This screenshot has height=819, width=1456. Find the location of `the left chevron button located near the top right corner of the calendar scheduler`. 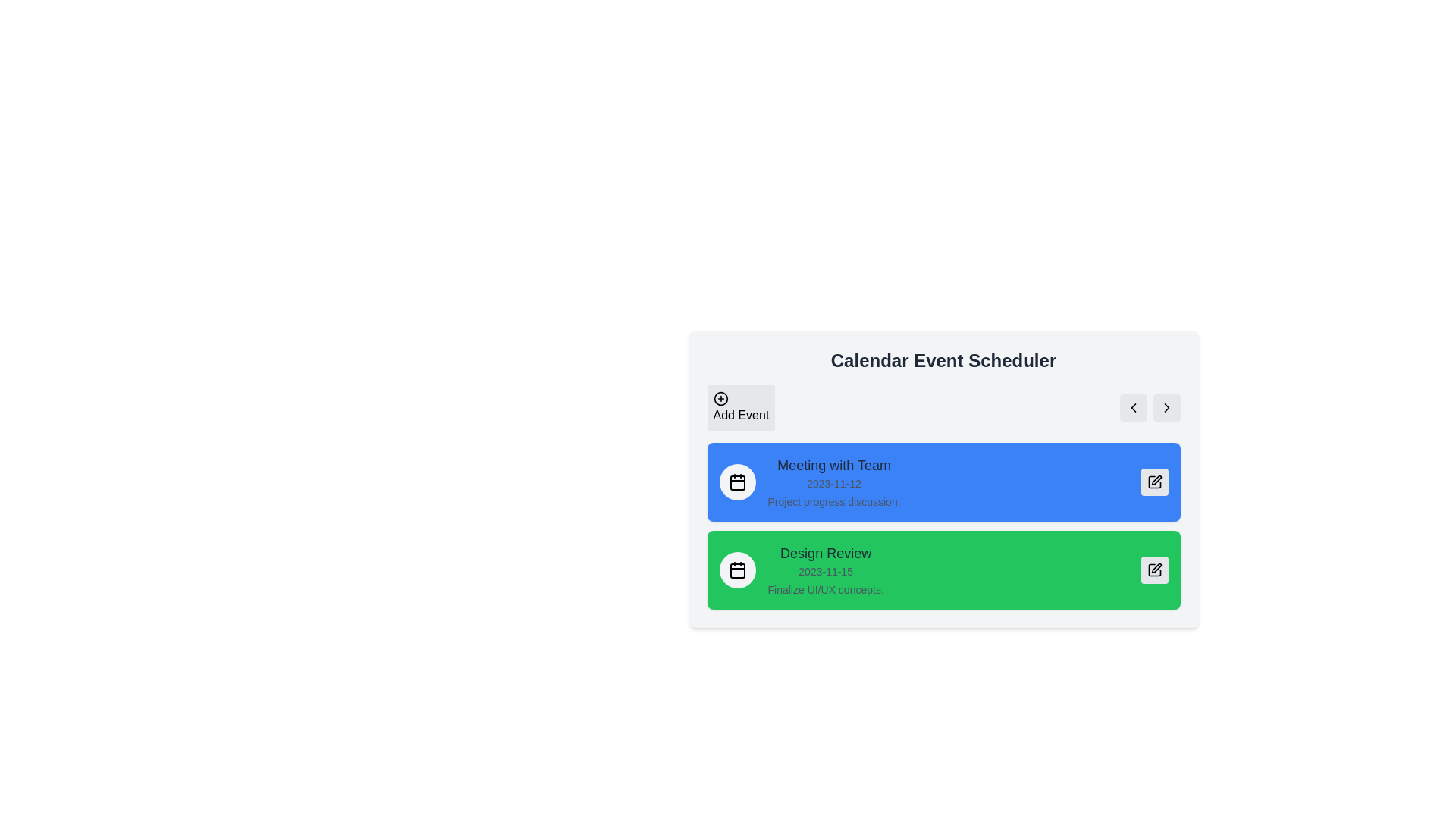

the left chevron button located near the top right corner of the calendar scheduler is located at coordinates (1133, 406).